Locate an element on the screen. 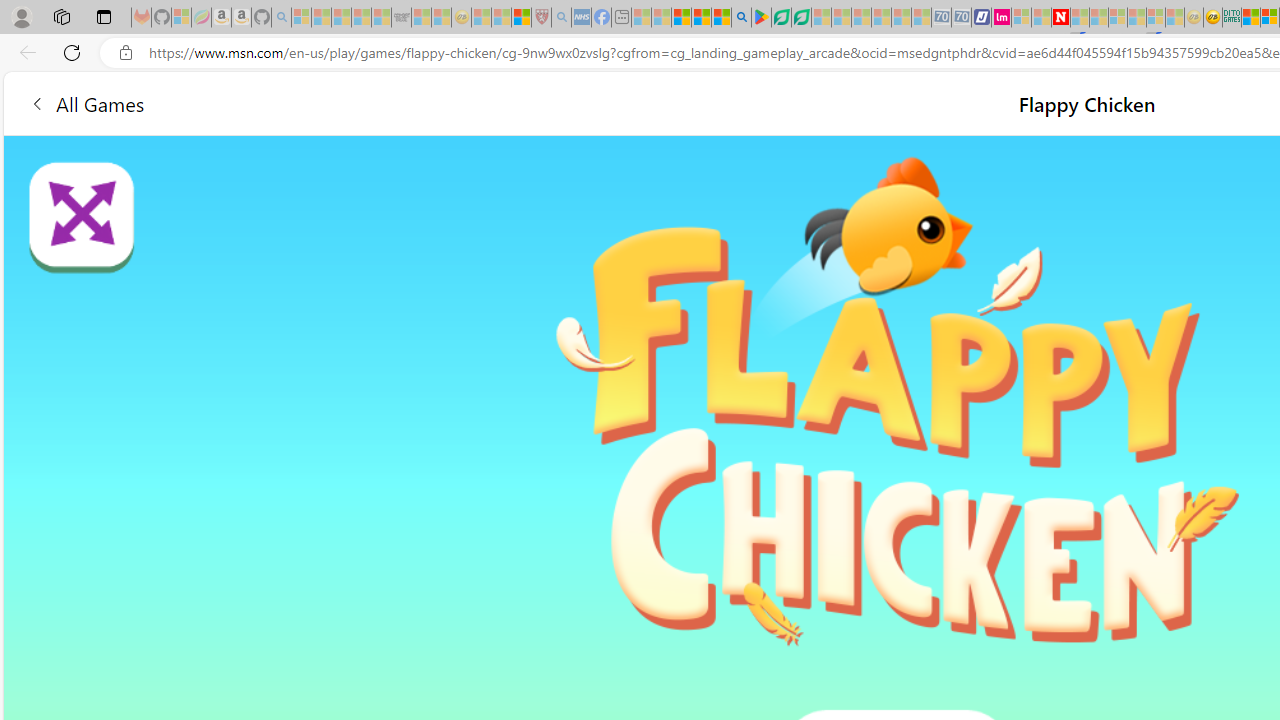  'Microsoft Word - consumer-privacy address update 2.2021' is located at coordinates (801, 17).